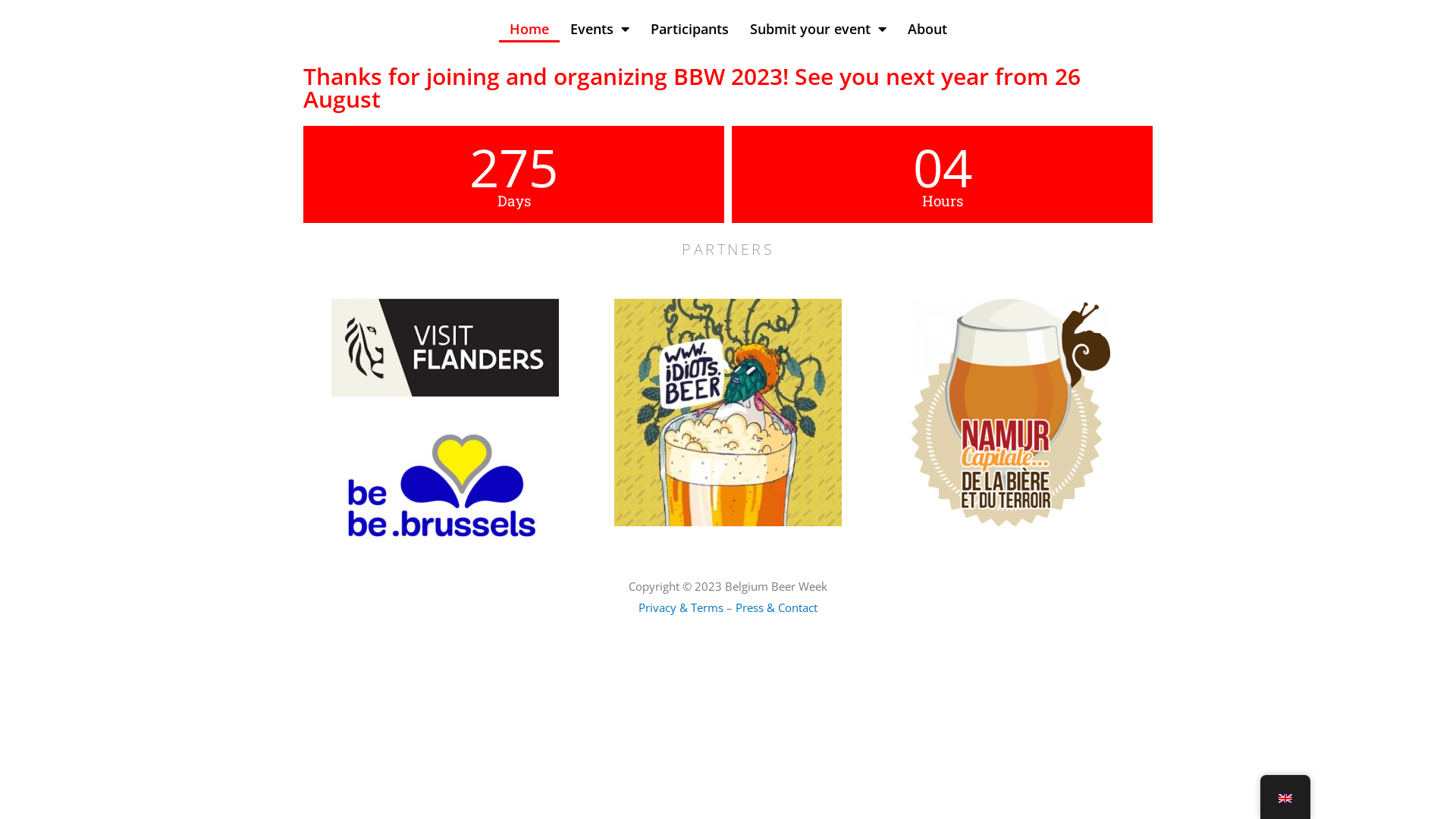  What do you see at coordinates (498, 29) in the screenshot?
I see `'Home'` at bounding box center [498, 29].